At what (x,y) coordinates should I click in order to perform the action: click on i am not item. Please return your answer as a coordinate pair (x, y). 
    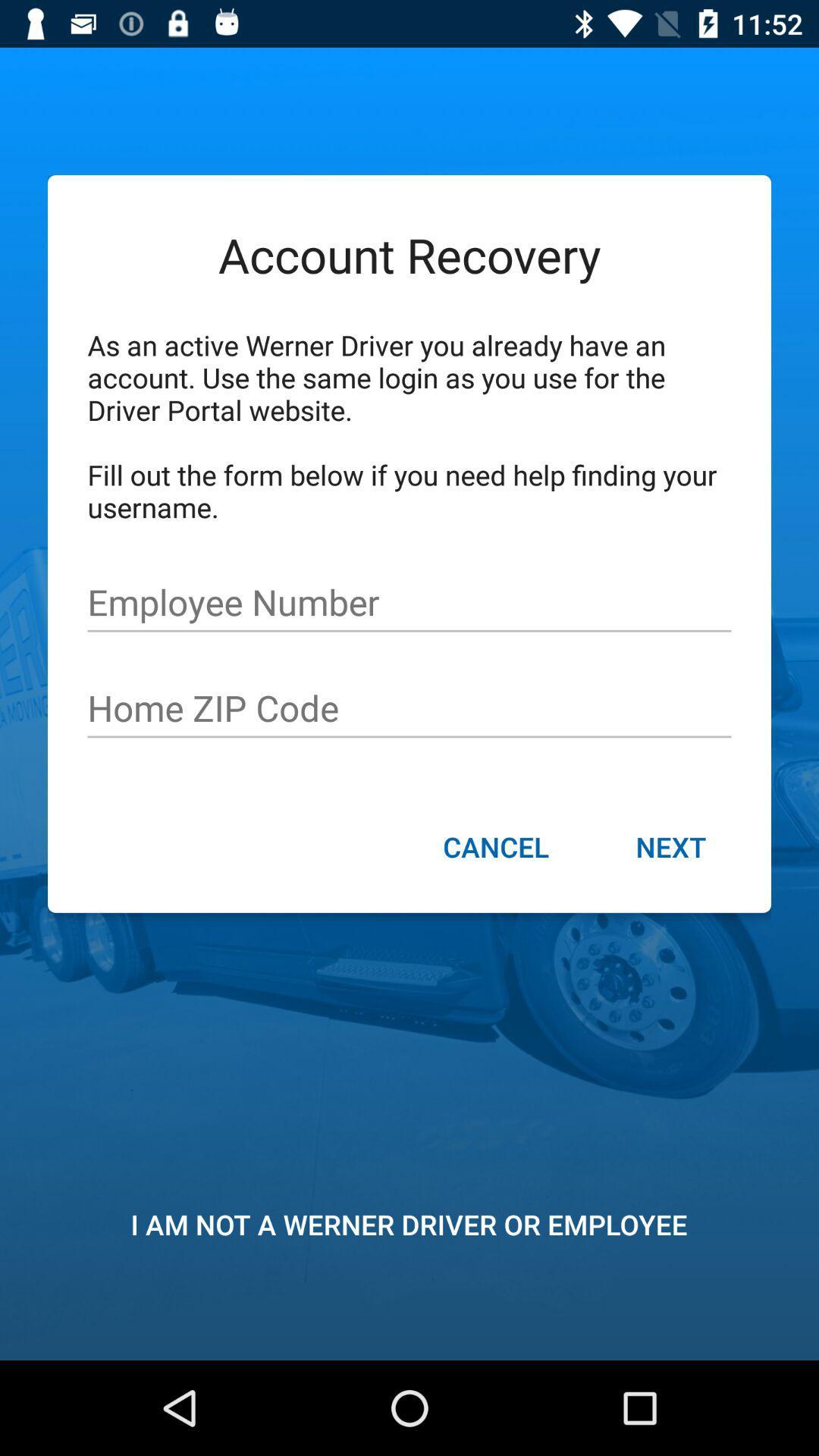
    Looking at the image, I should click on (408, 1224).